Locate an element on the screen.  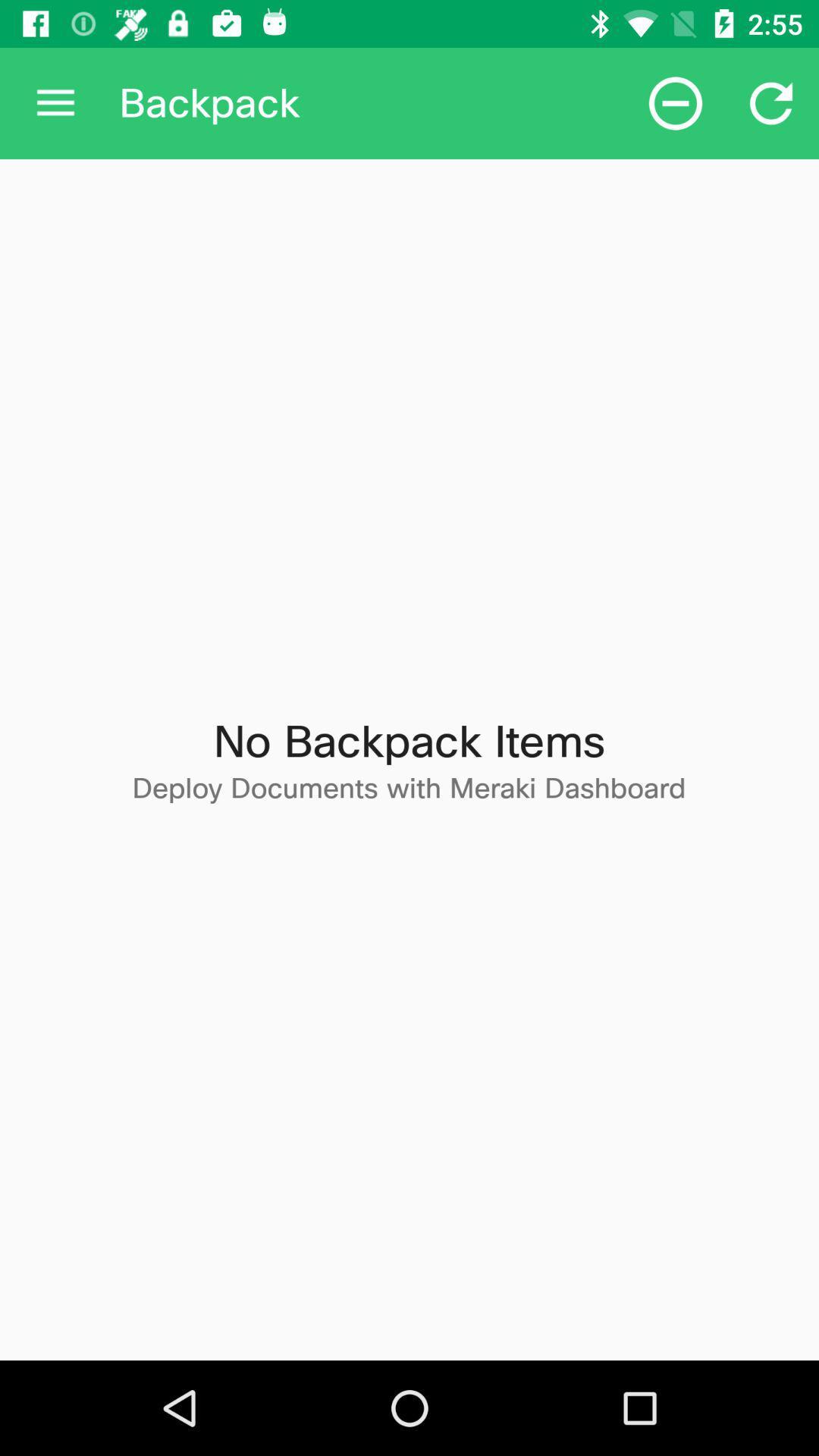
app next to backpack icon is located at coordinates (55, 102).